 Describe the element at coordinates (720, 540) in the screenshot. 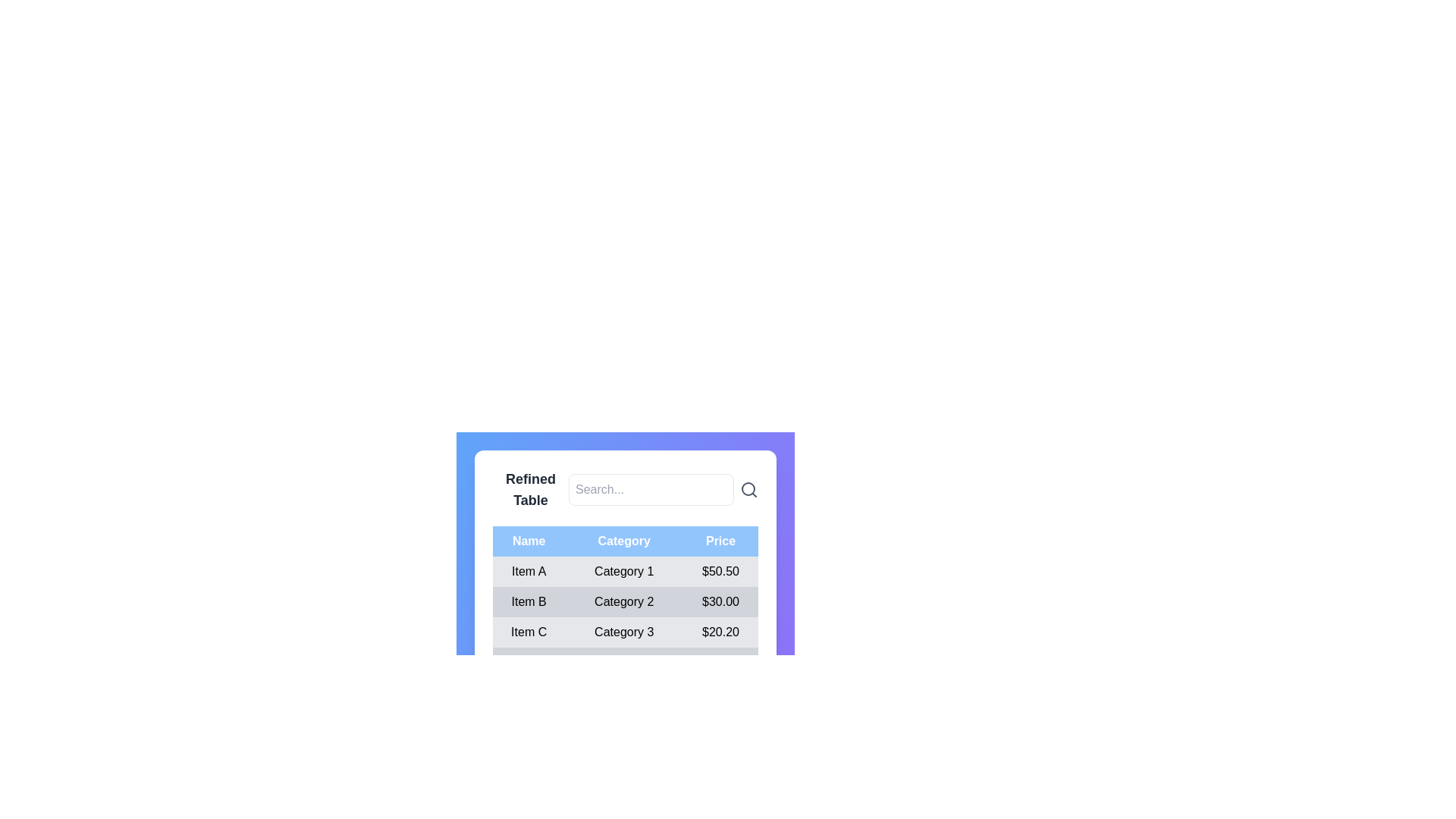

I see `the 'Price' label, which is a bold, white text on a blue background located in the top-right of the table header` at that location.